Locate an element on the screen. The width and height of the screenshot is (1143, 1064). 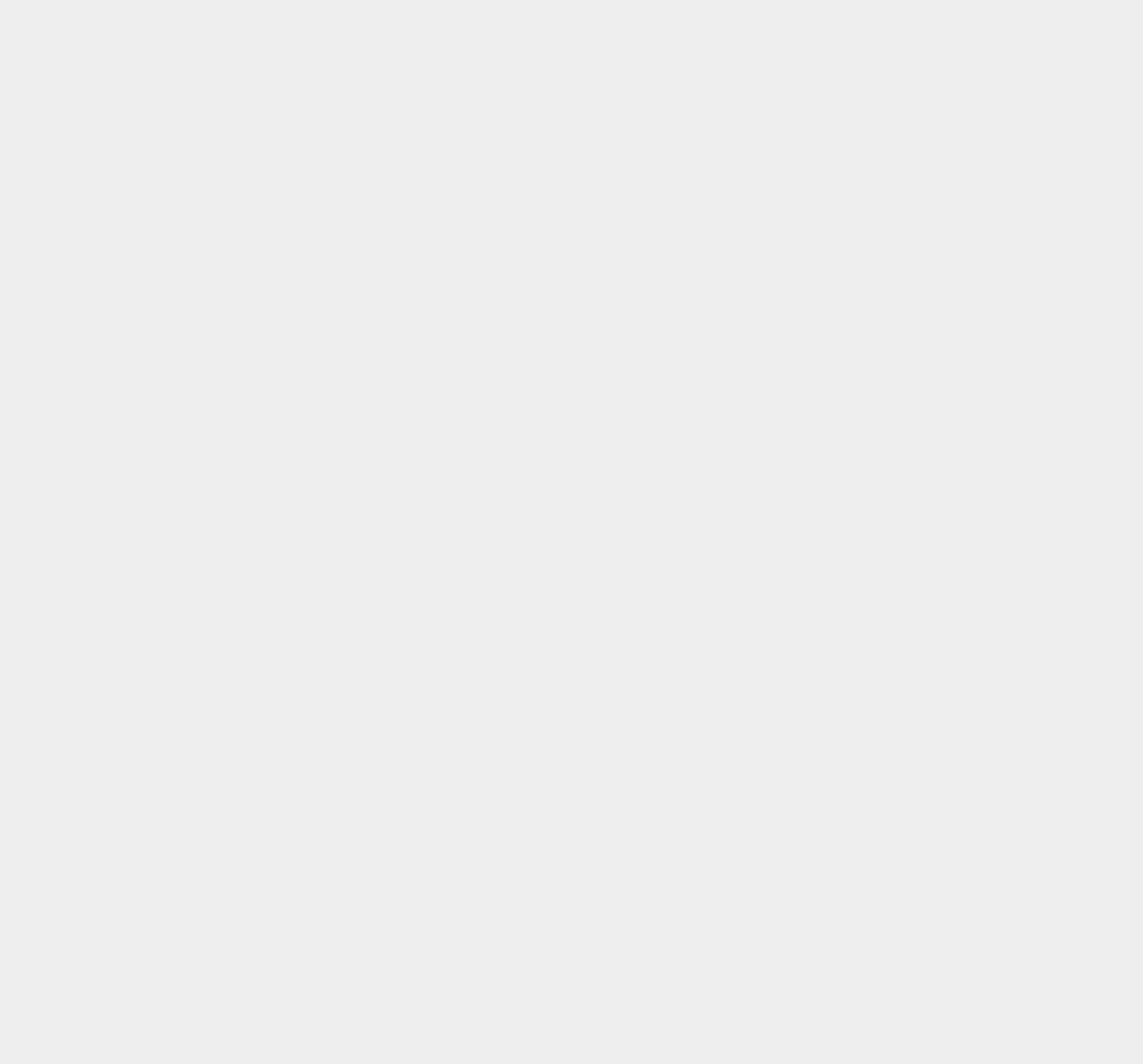
'Google Apps' is located at coordinates (846, 255).